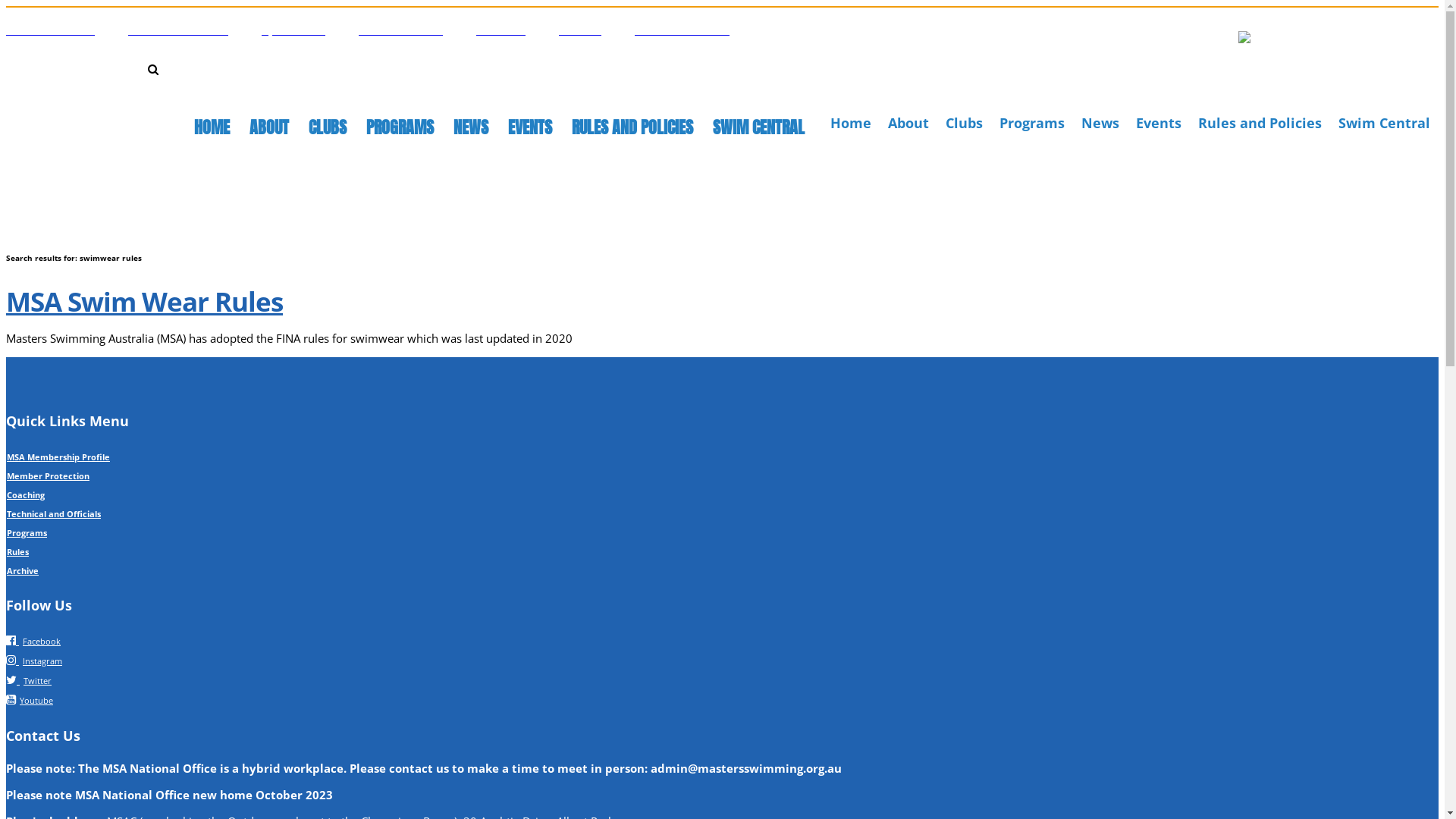 Image resolution: width=1456 pixels, height=819 pixels. I want to click on 'MSA Membership Profile', so click(58, 456).